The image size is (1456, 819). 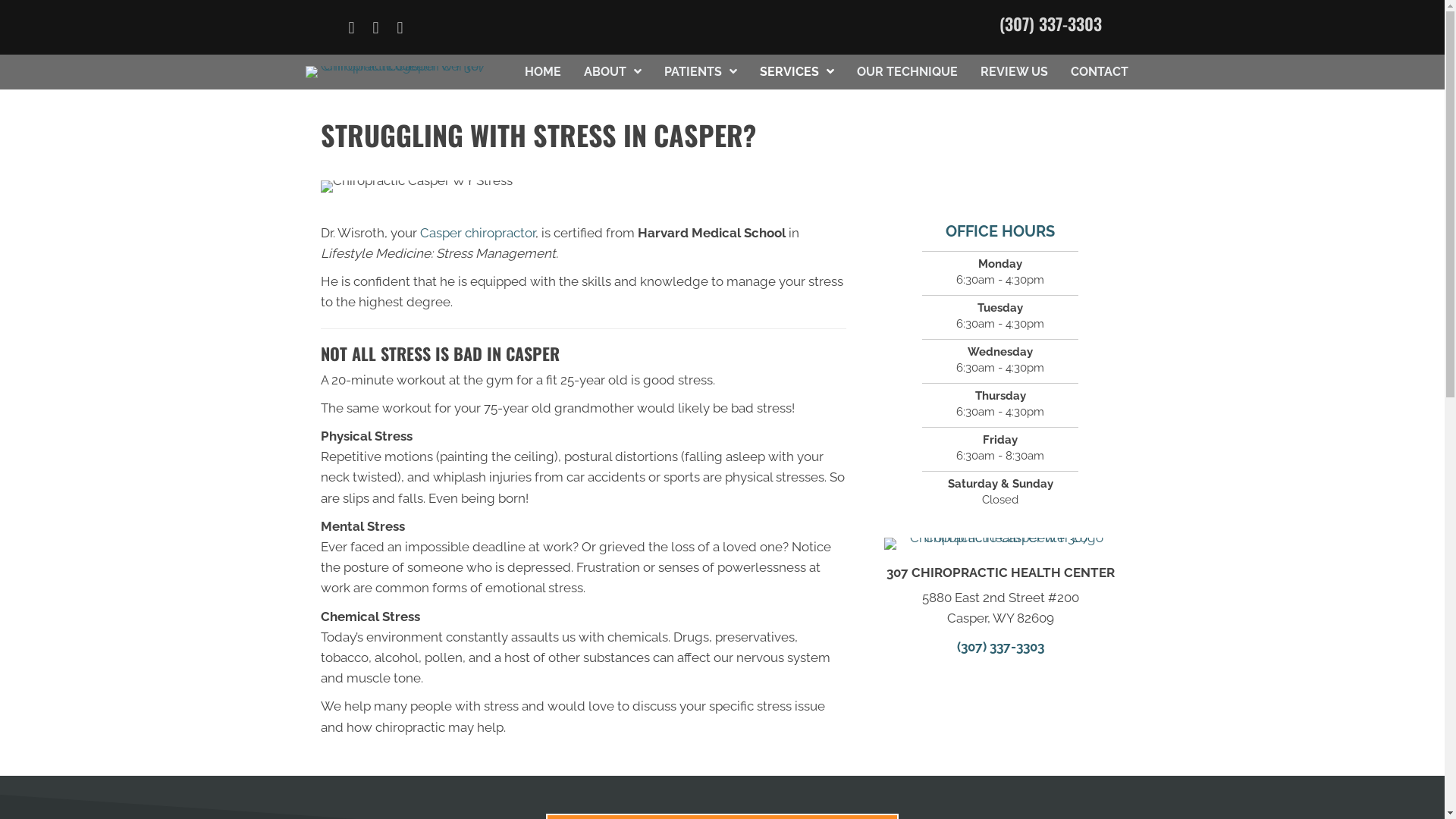 What do you see at coordinates (1000, 543) in the screenshot?
I see `'Chiropractic Casper WY 307 Chiropractic Health Center Logo'` at bounding box center [1000, 543].